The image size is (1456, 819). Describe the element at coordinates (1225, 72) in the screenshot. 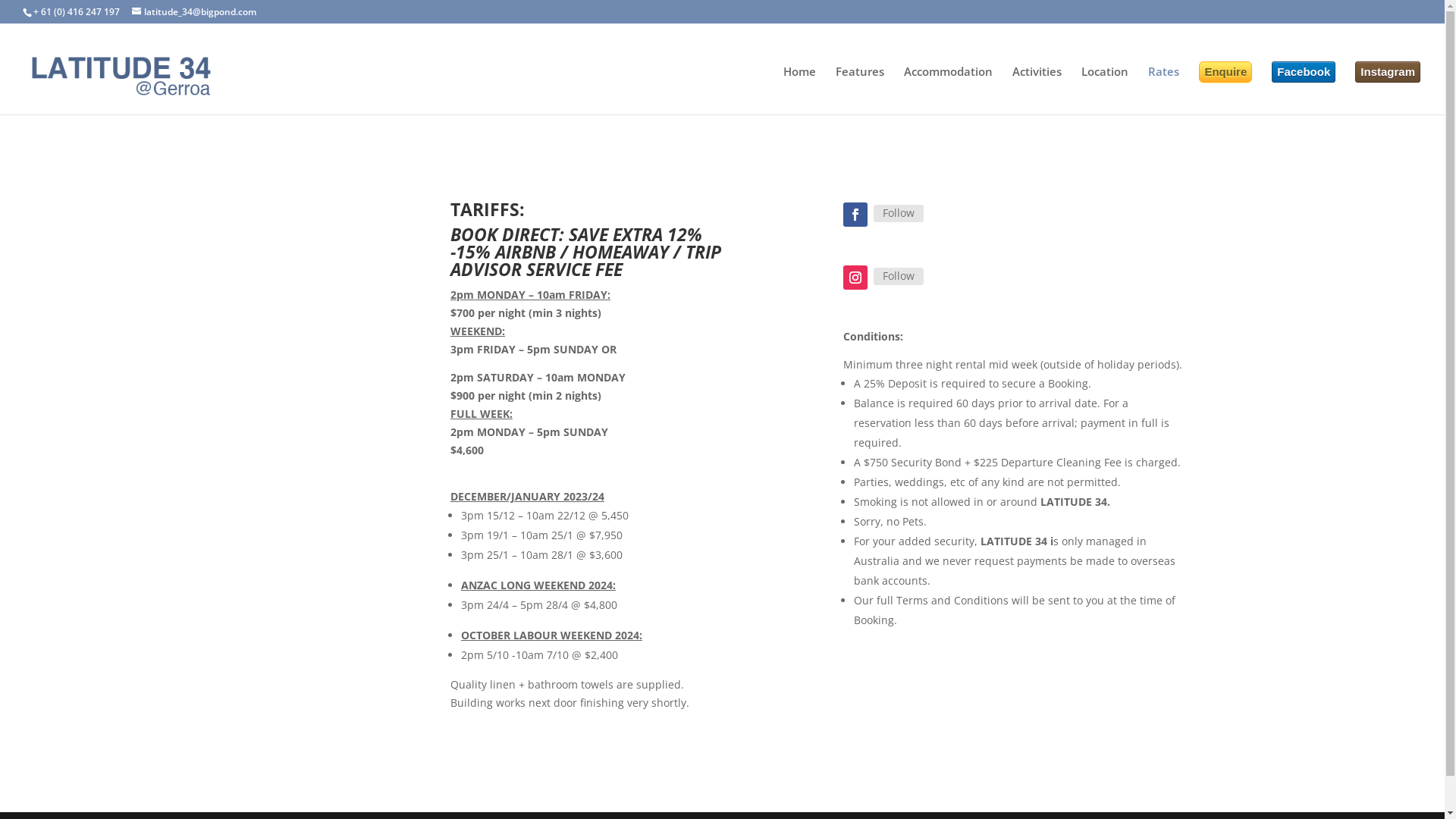

I see `'Enquire'` at that location.